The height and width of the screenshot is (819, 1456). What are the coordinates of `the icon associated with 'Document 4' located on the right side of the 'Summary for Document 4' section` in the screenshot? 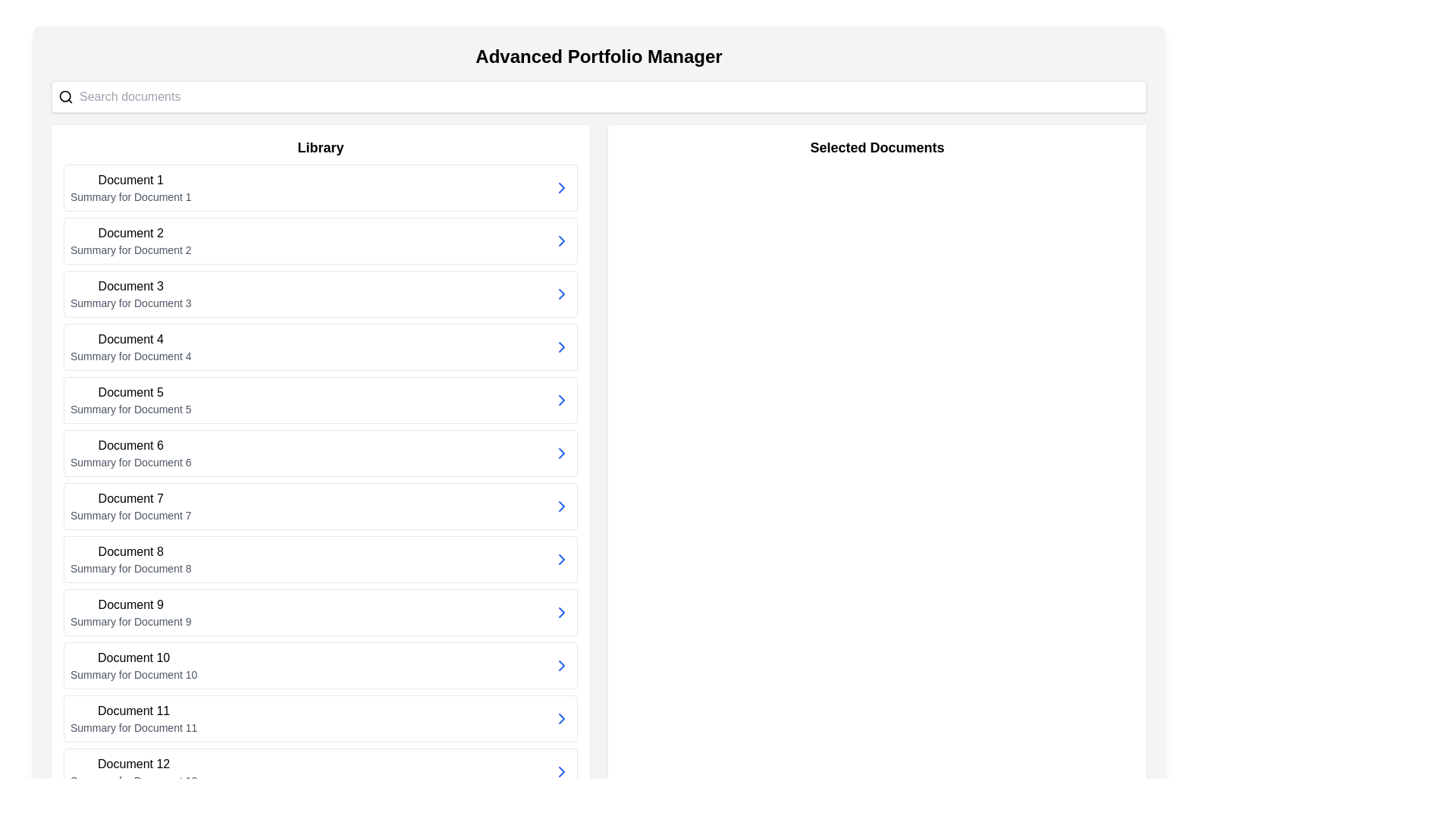 It's located at (560, 347).